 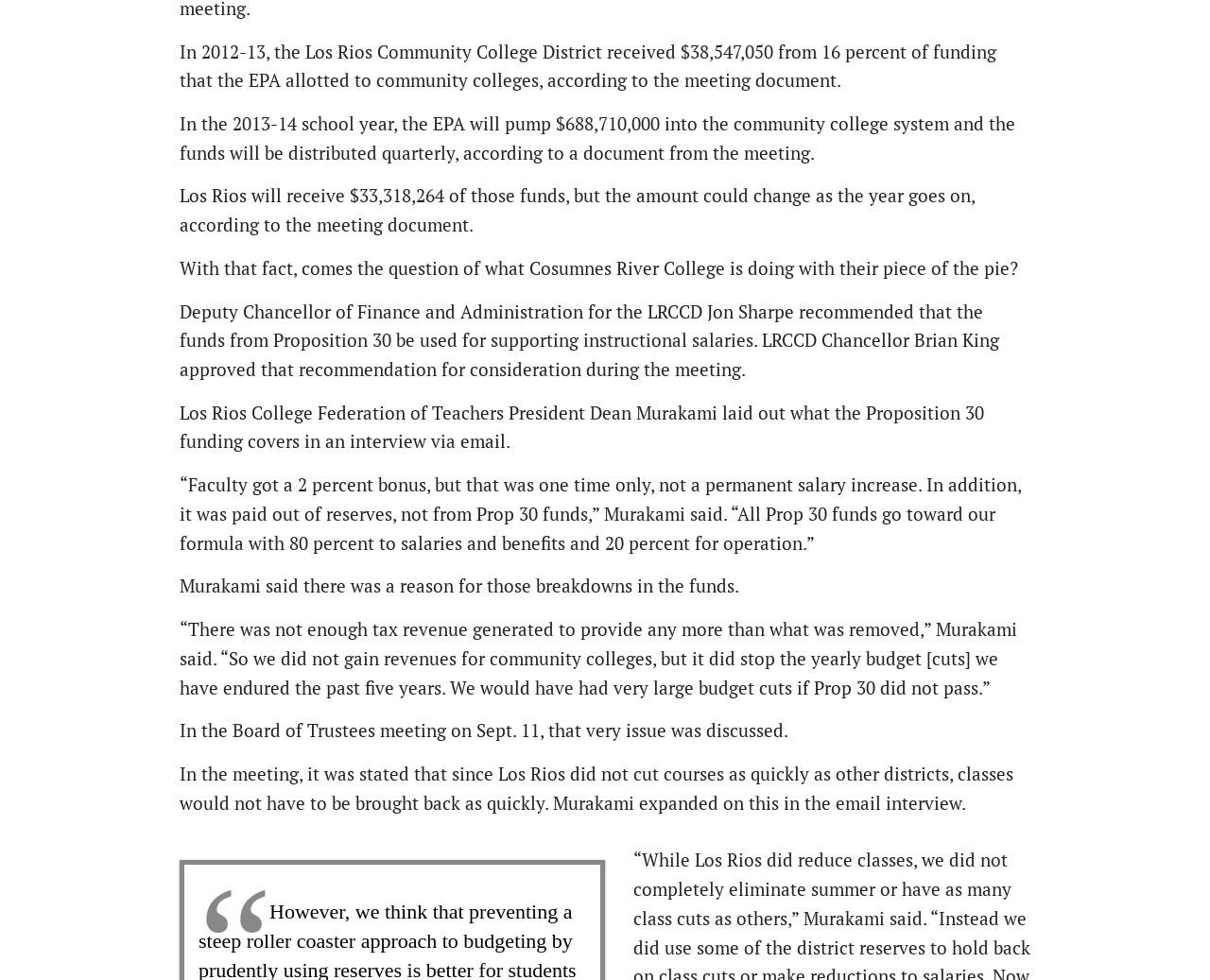 What do you see at coordinates (596, 136) in the screenshot?
I see `'In the 2013-14 school year, the EPA will pump $688,710,000 into the community college system and the funds will be distributed quarterly, according to a document from the meeting.'` at bounding box center [596, 136].